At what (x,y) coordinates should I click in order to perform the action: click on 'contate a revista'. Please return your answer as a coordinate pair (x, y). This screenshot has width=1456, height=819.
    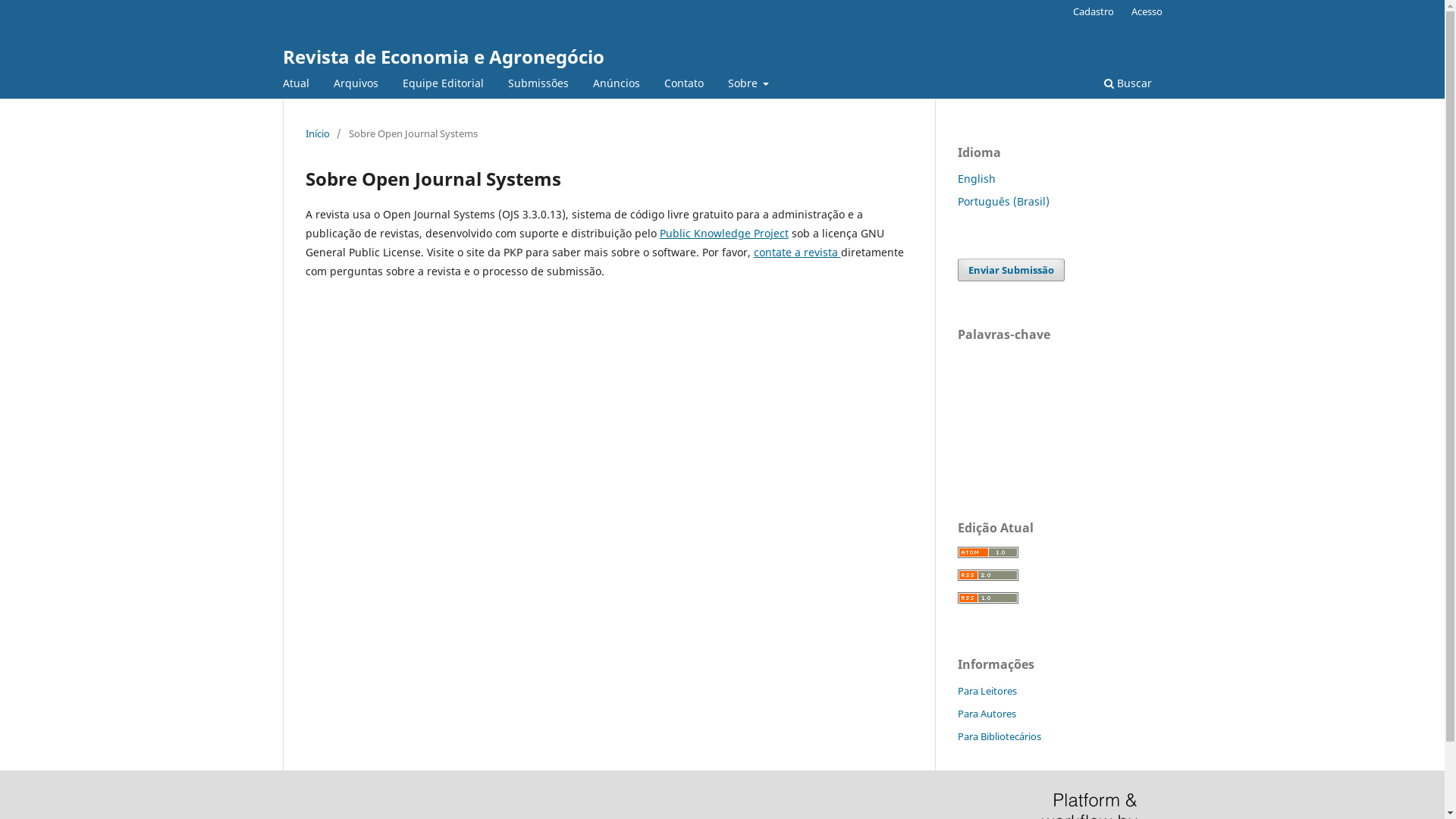
    Looking at the image, I should click on (796, 251).